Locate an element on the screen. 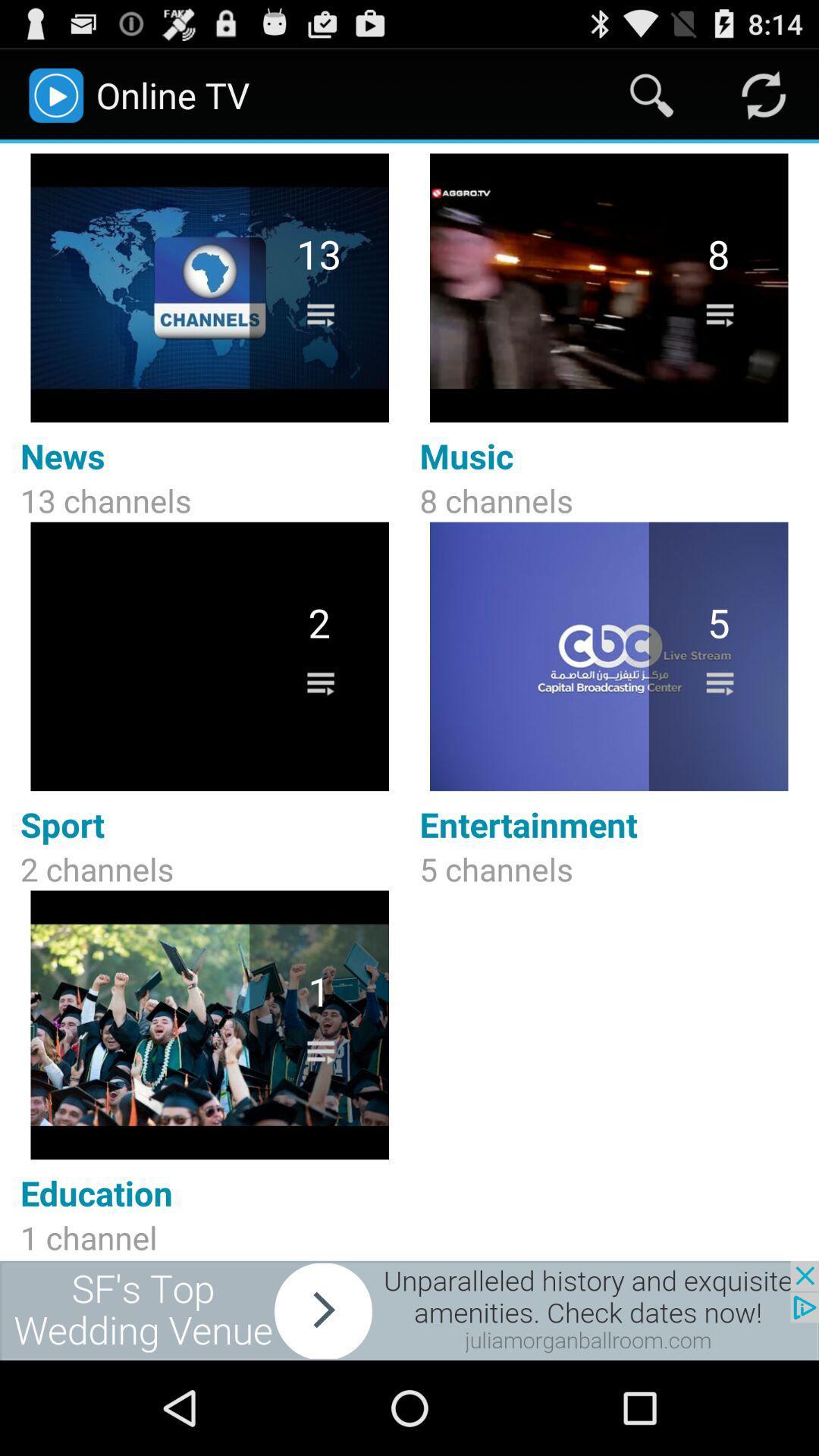 The width and height of the screenshot is (819, 1456). refresh is located at coordinates (763, 94).